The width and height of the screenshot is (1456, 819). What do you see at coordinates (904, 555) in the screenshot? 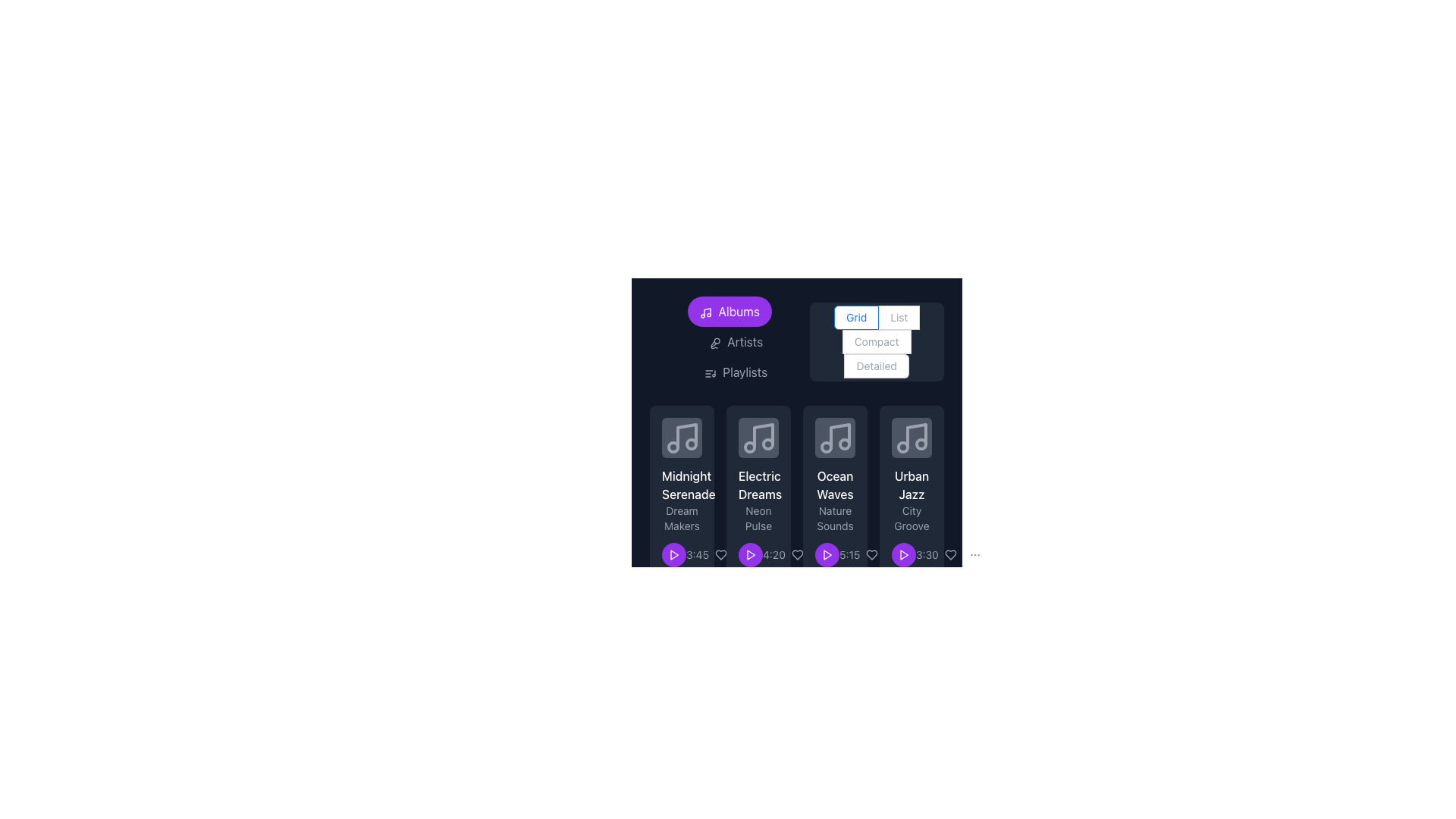
I see `the triangular play icon located at the bottom-right corner of the 'Urban Jazz' music card` at bounding box center [904, 555].